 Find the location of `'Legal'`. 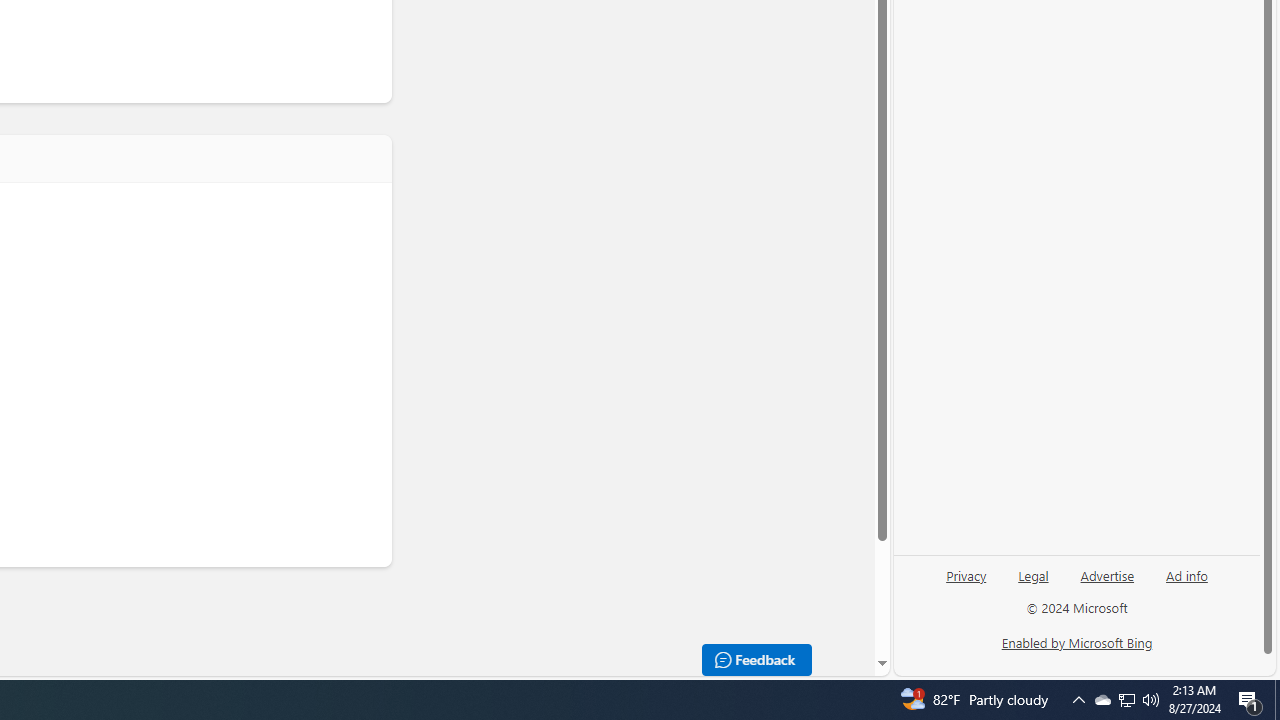

'Legal' is located at coordinates (1033, 574).